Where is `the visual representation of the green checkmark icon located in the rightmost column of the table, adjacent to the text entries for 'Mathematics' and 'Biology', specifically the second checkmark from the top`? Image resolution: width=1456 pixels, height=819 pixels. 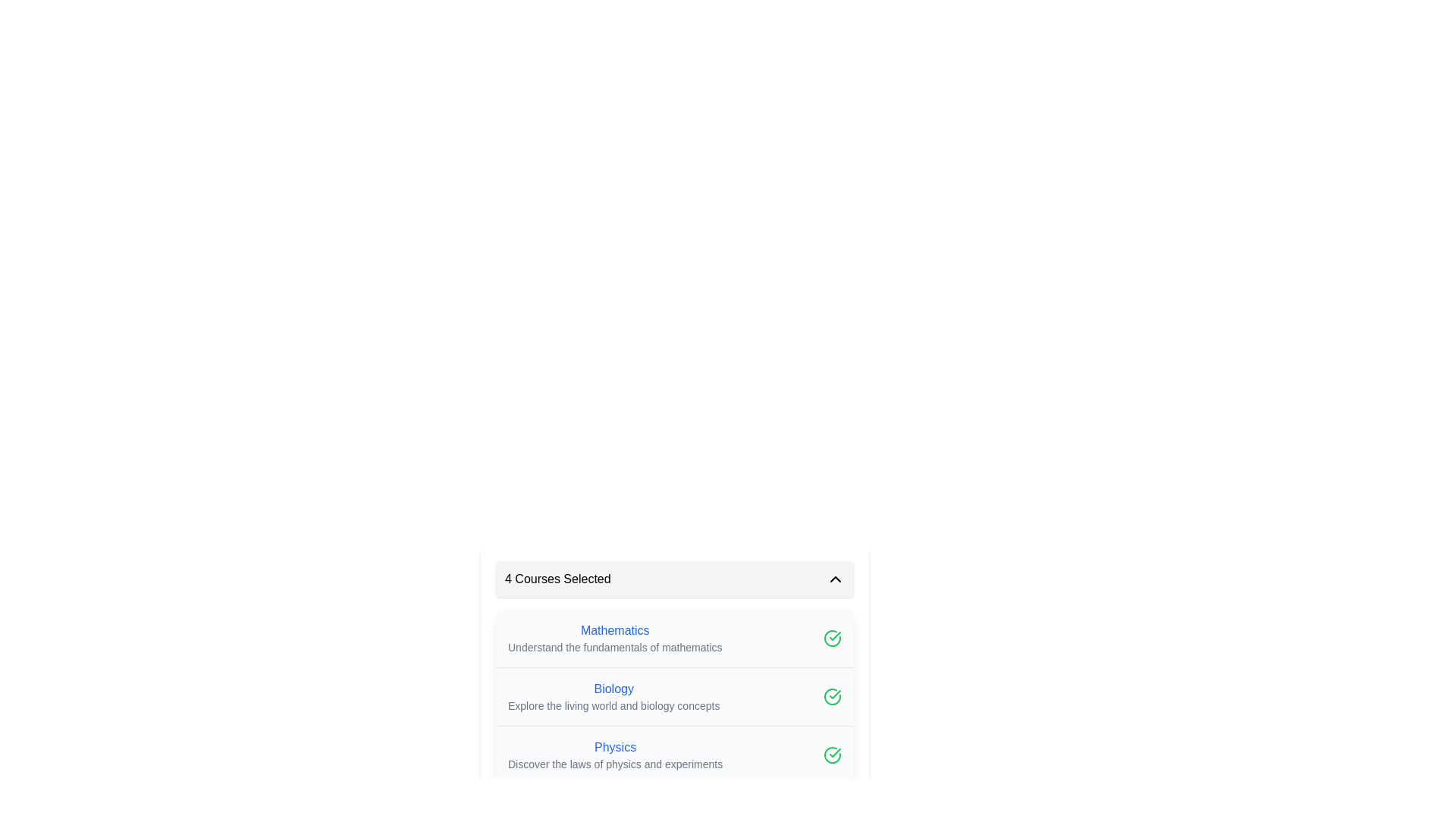 the visual representation of the green checkmark icon located in the rightmost column of the table, adjacent to the text entries for 'Mathematics' and 'Biology', specifically the second checkmark from the top is located at coordinates (832, 755).